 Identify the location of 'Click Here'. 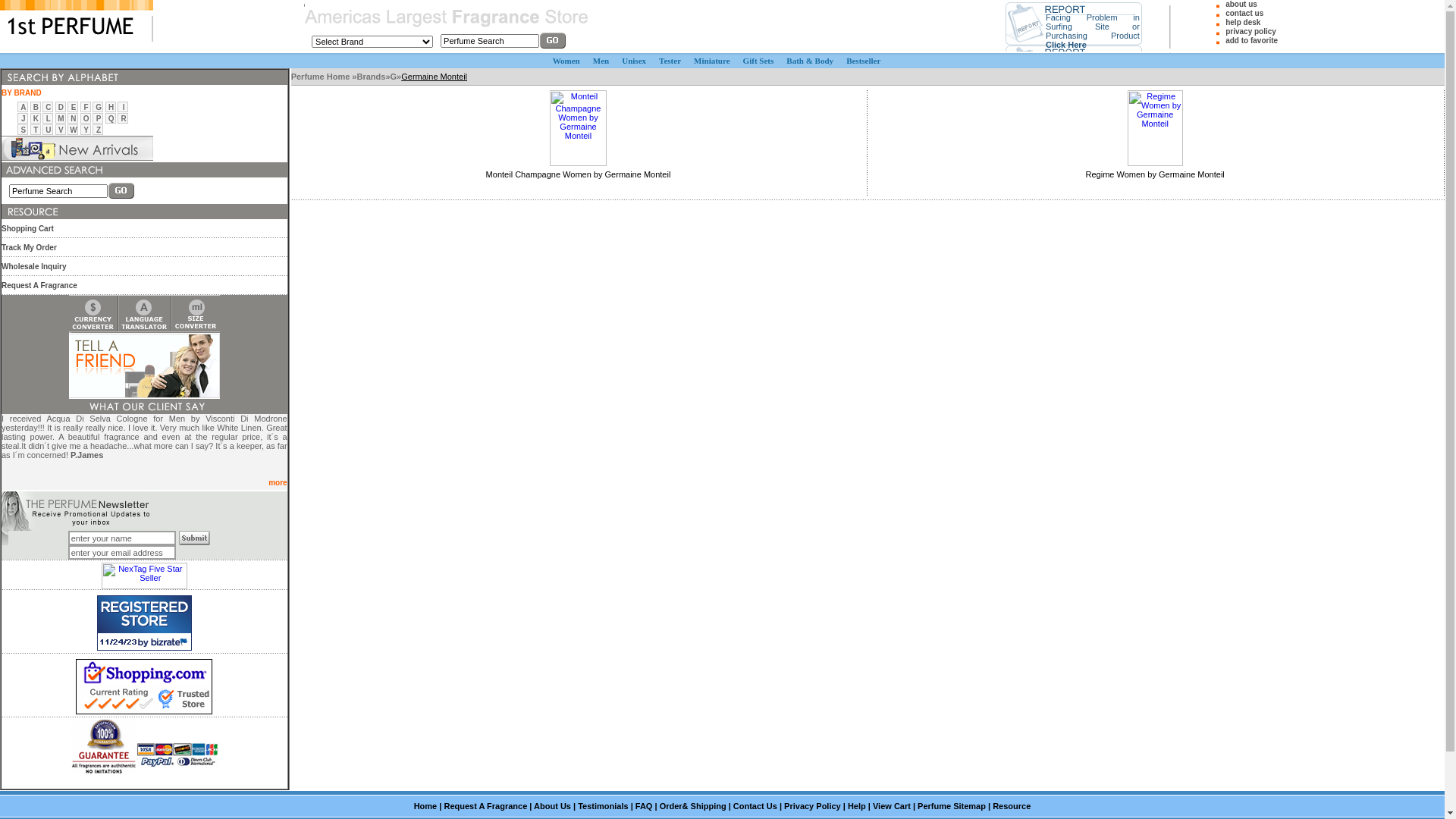
(1065, 42).